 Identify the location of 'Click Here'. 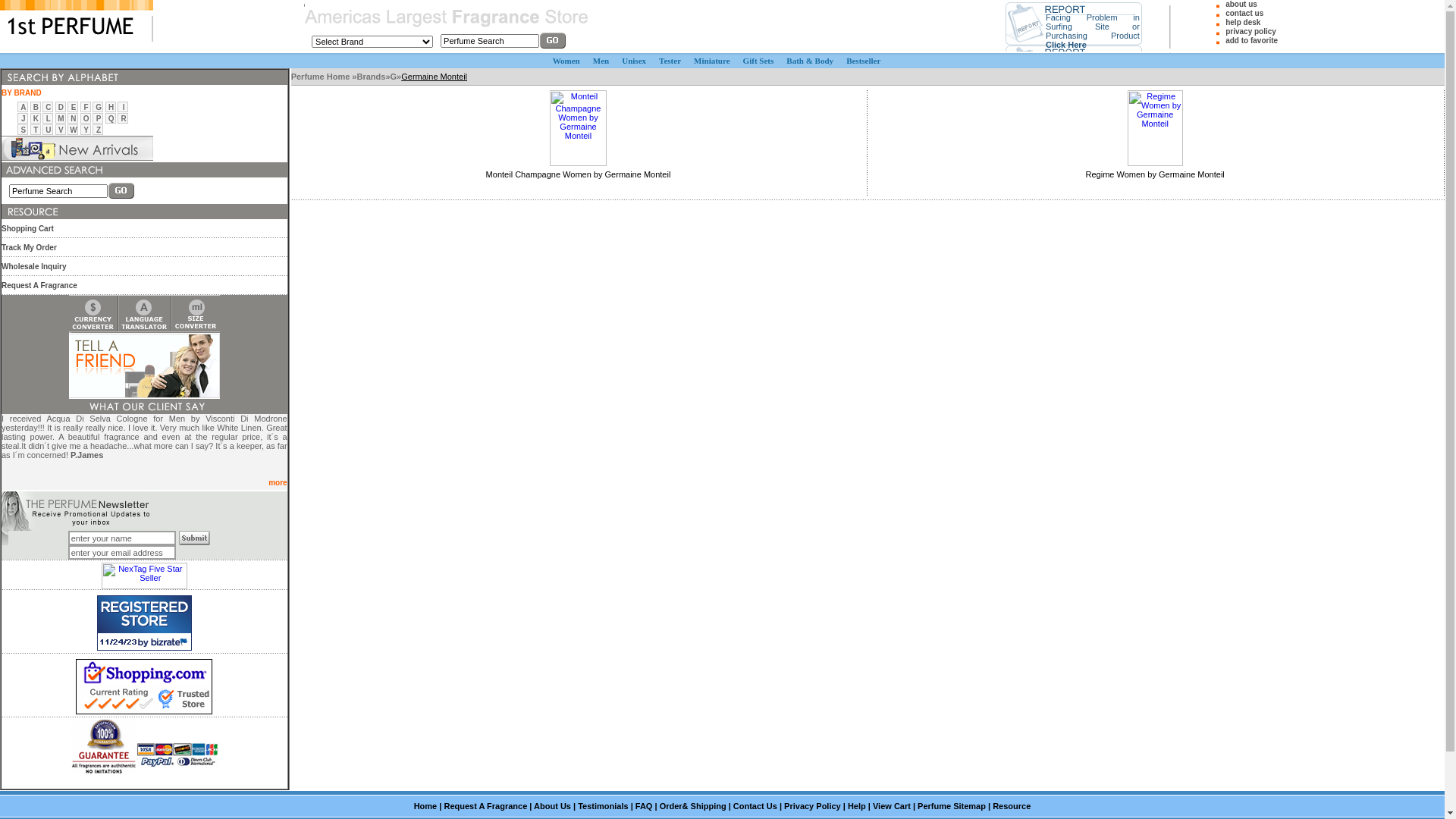
(1065, 42).